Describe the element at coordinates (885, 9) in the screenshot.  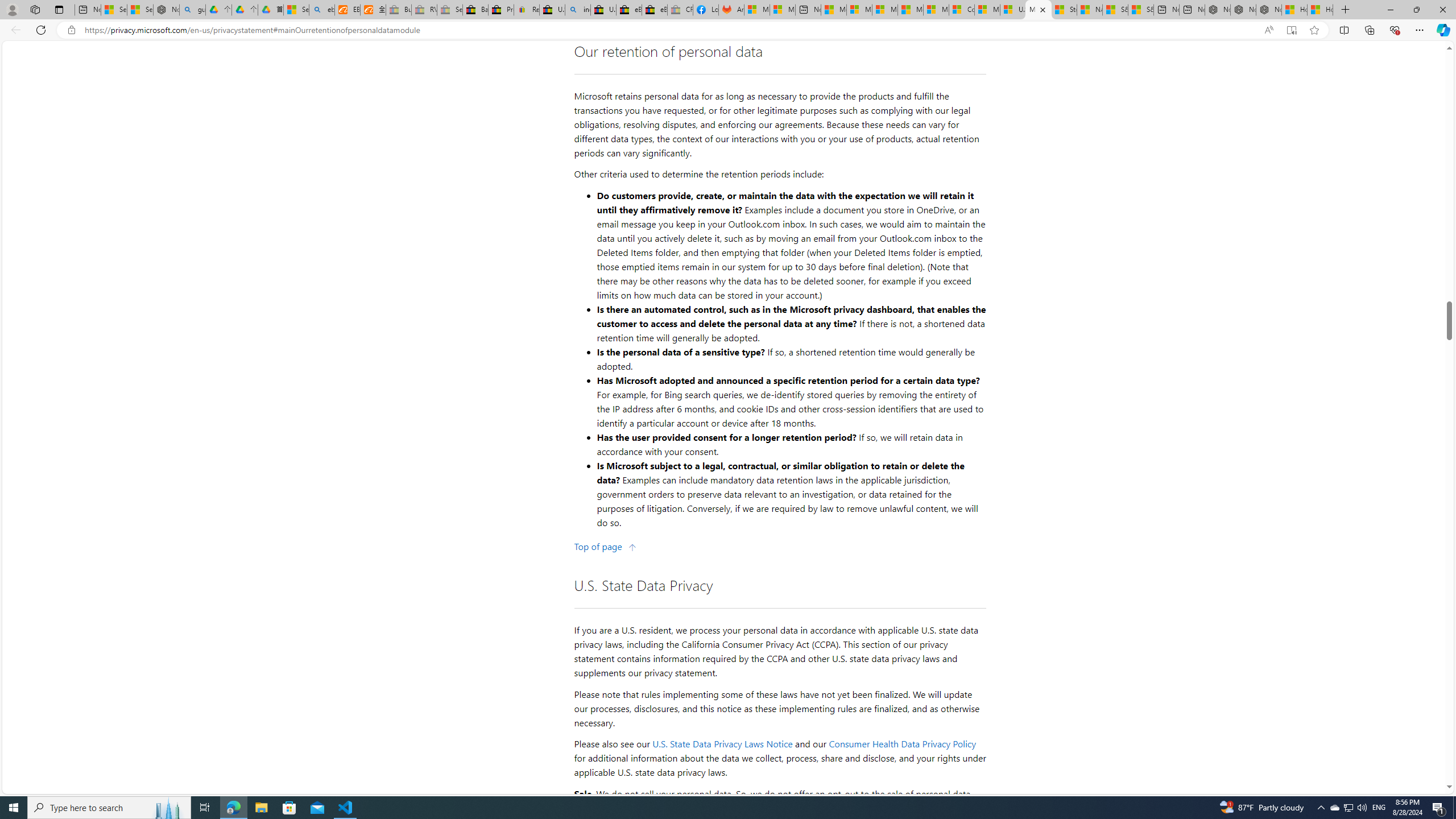
I see `'Microsoft account | Home'` at that location.